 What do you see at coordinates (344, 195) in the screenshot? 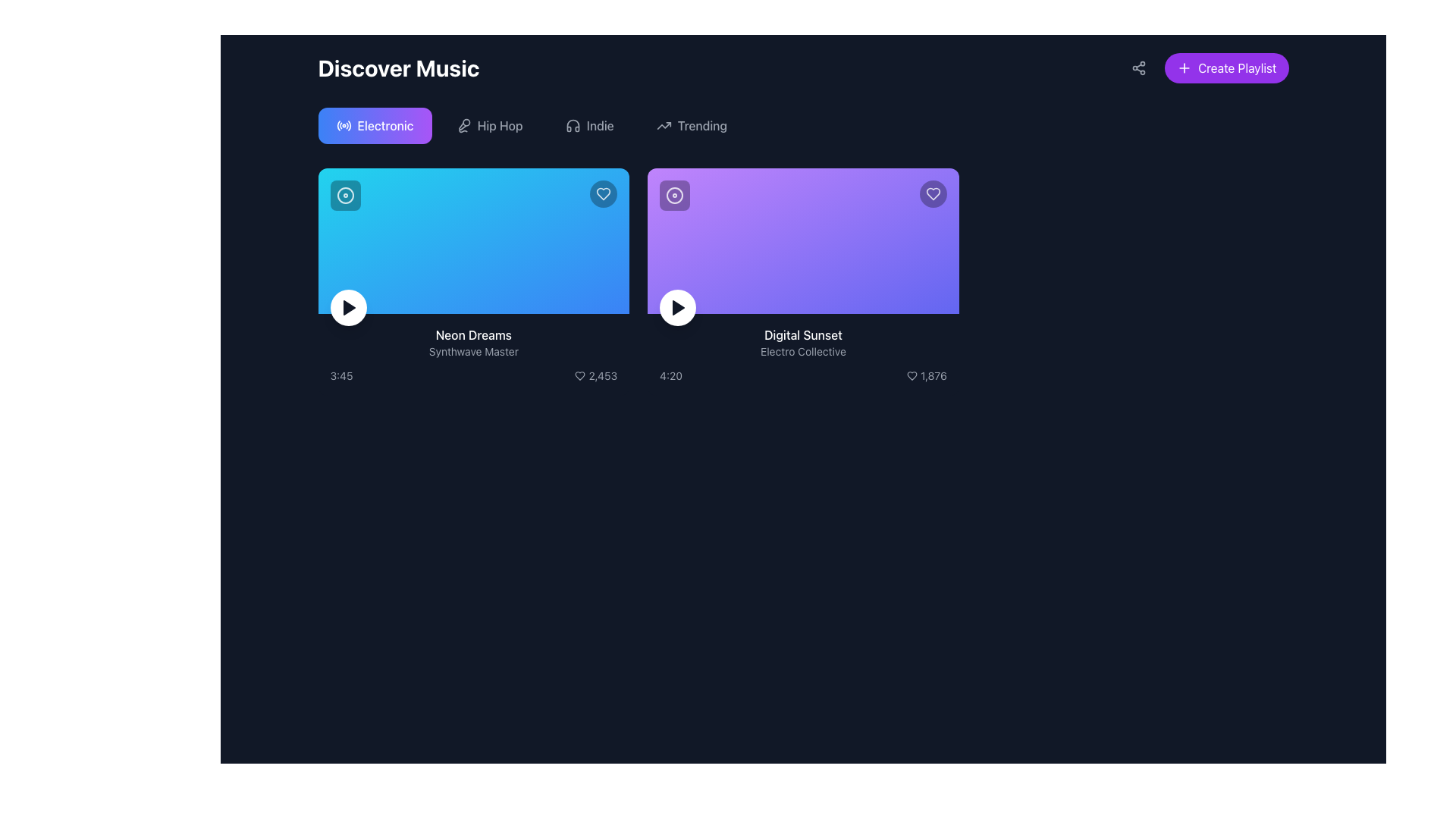
I see `the decorative black icon with a frosted blur effect located at the top-left corner of the 'Neon Dreams' card` at bounding box center [344, 195].